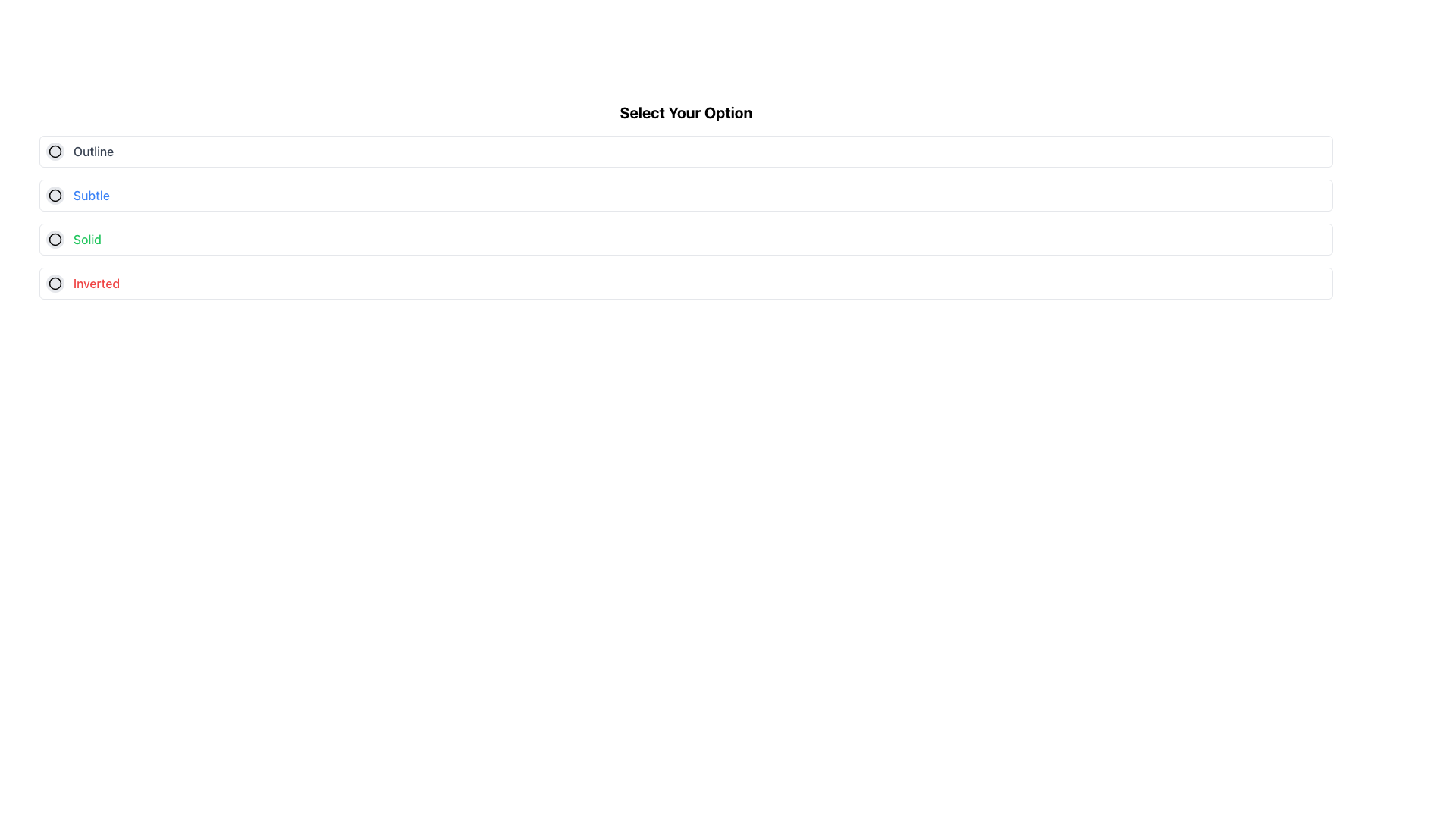  What do you see at coordinates (96, 284) in the screenshot?
I see `text label 'Inverted', which is the fourth selectable option in the group, positioned to the right of the associated radio button` at bounding box center [96, 284].